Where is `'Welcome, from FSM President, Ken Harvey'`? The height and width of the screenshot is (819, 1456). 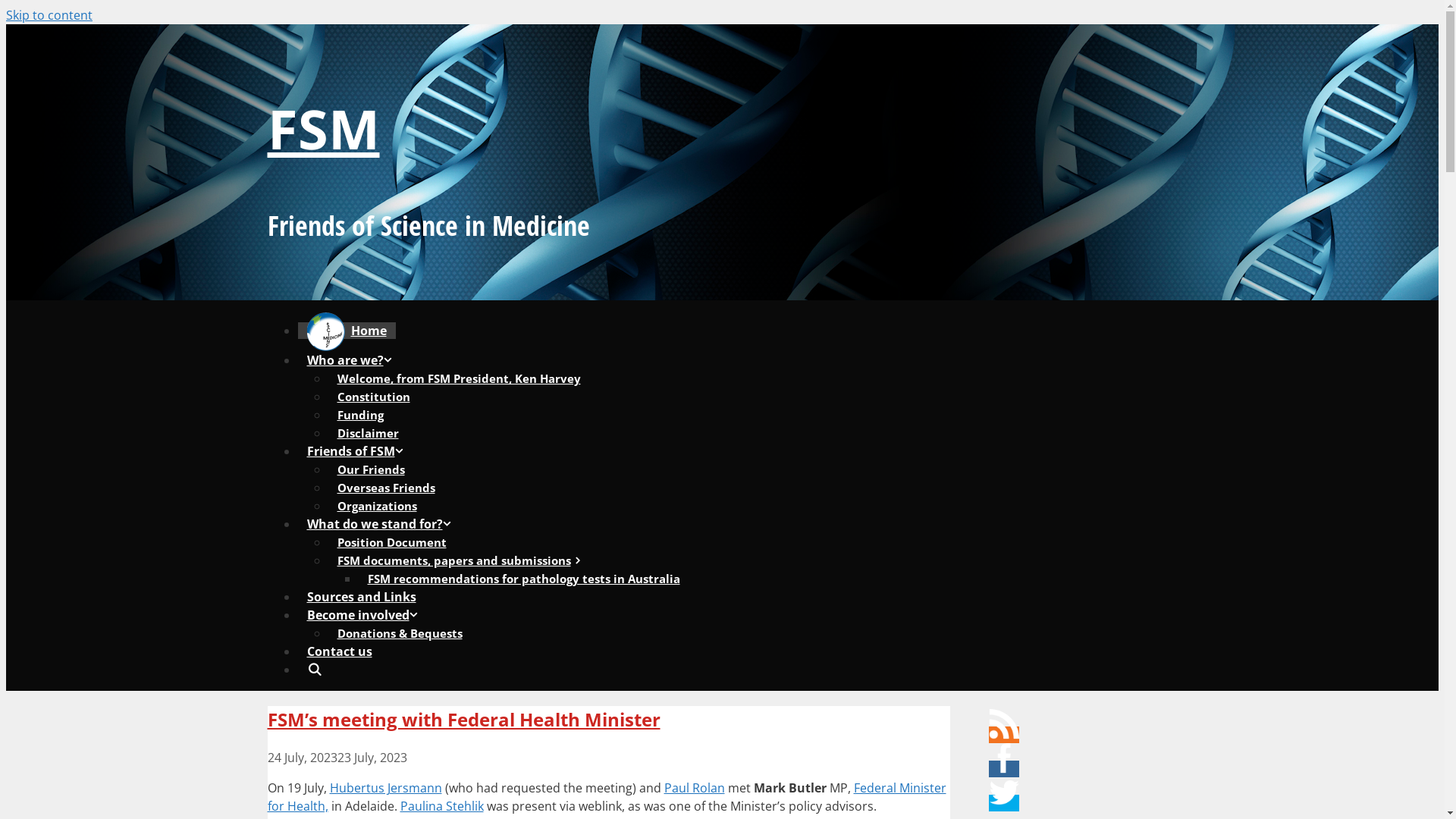 'Welcome, from FSM President, Ken Harvey' is located at coordinates (457, 377).